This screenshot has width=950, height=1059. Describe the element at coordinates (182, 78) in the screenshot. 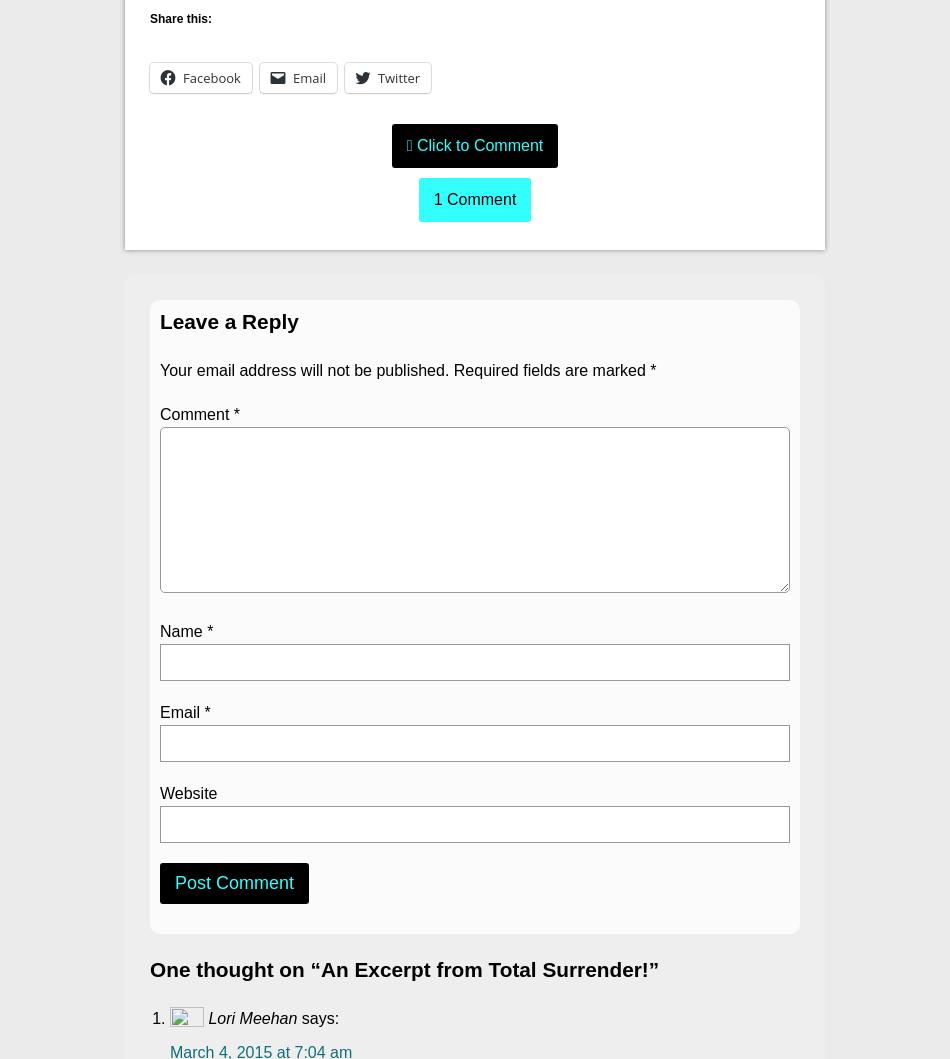

I see `'Facebook'` at that location.